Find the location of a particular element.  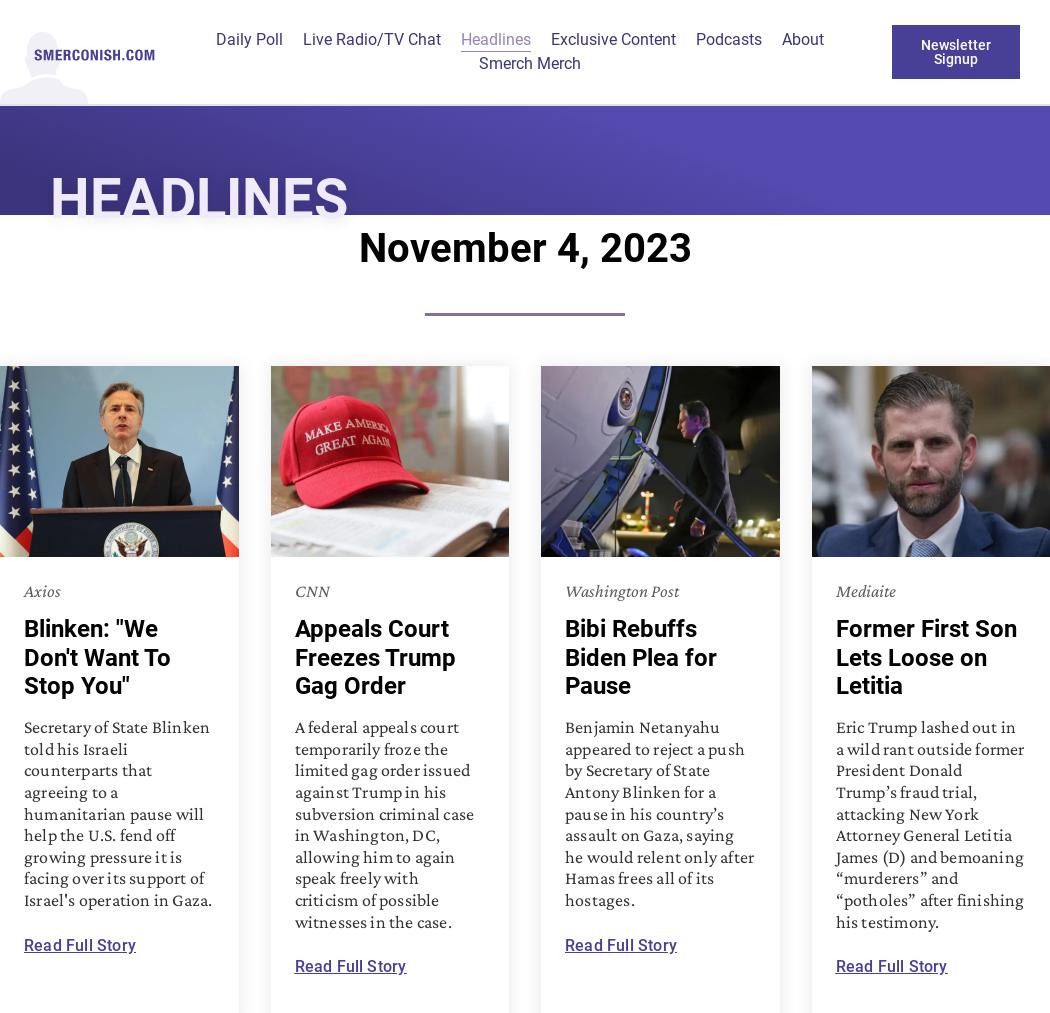

'CNN' is located at coordinates (311, 590).